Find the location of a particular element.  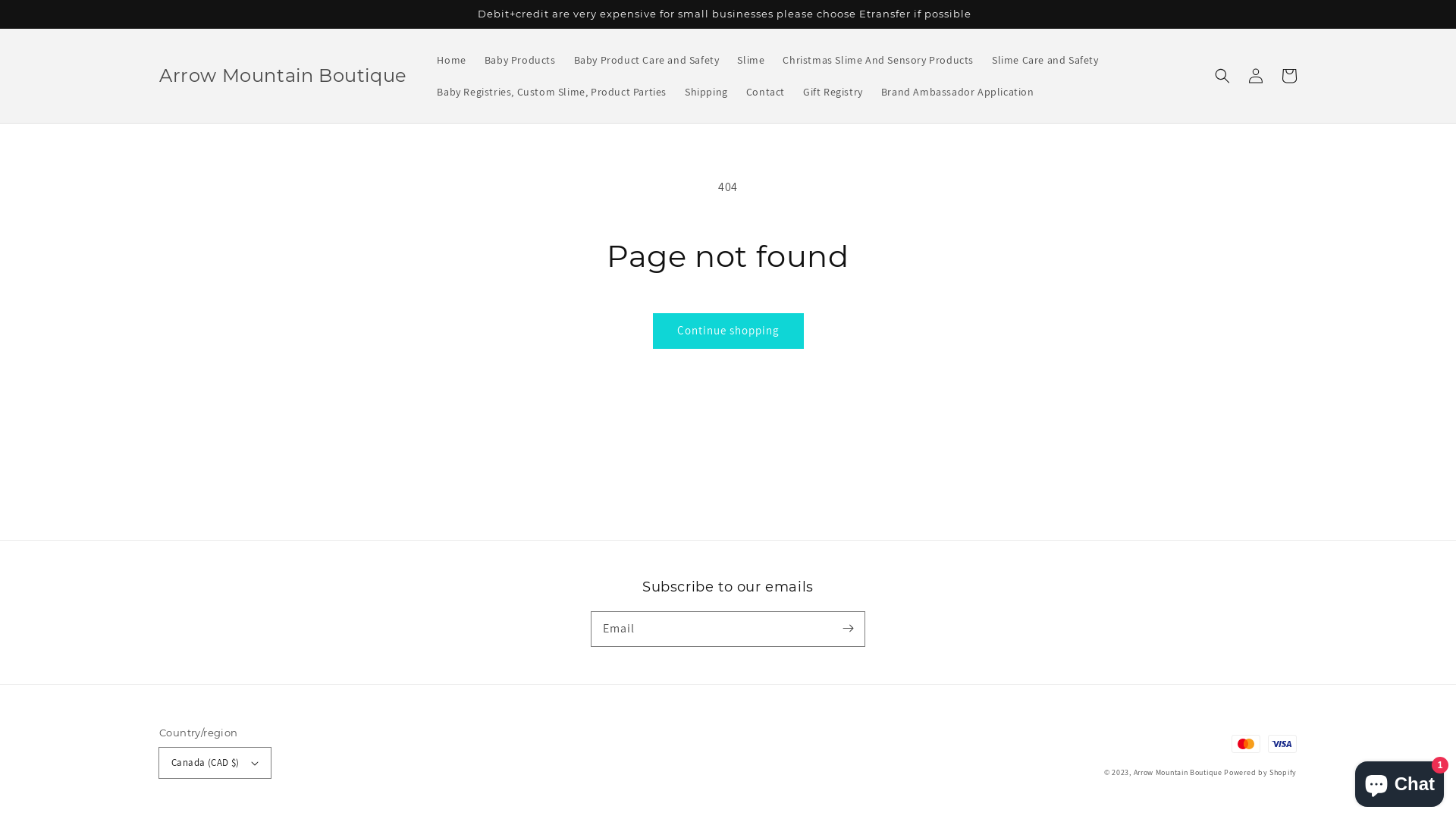

'Log in' is located at coordinates (1238, 76).